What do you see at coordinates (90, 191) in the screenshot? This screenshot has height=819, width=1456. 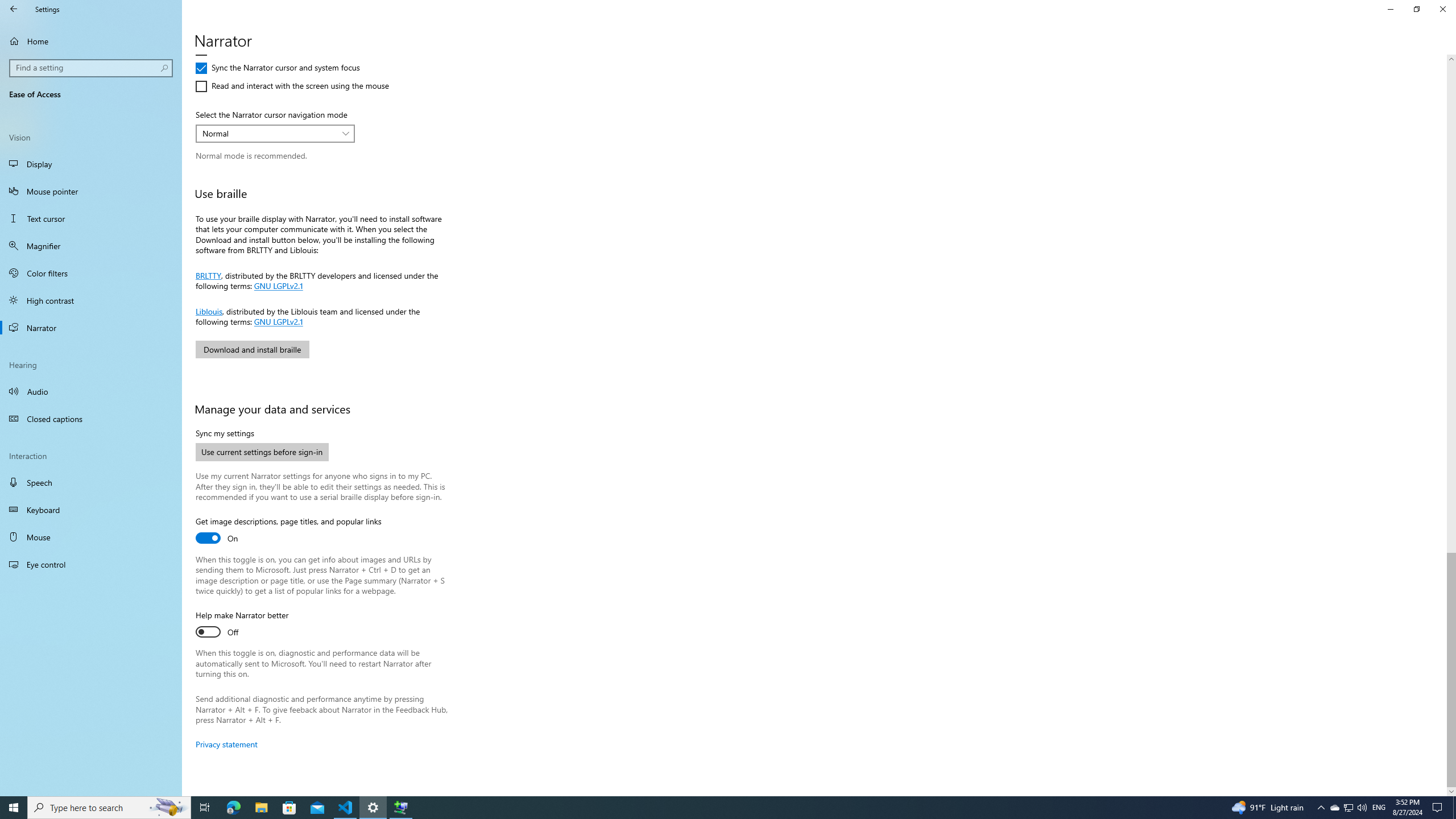 I see `'Mouse pointer'` at bounding box center [90, 191].